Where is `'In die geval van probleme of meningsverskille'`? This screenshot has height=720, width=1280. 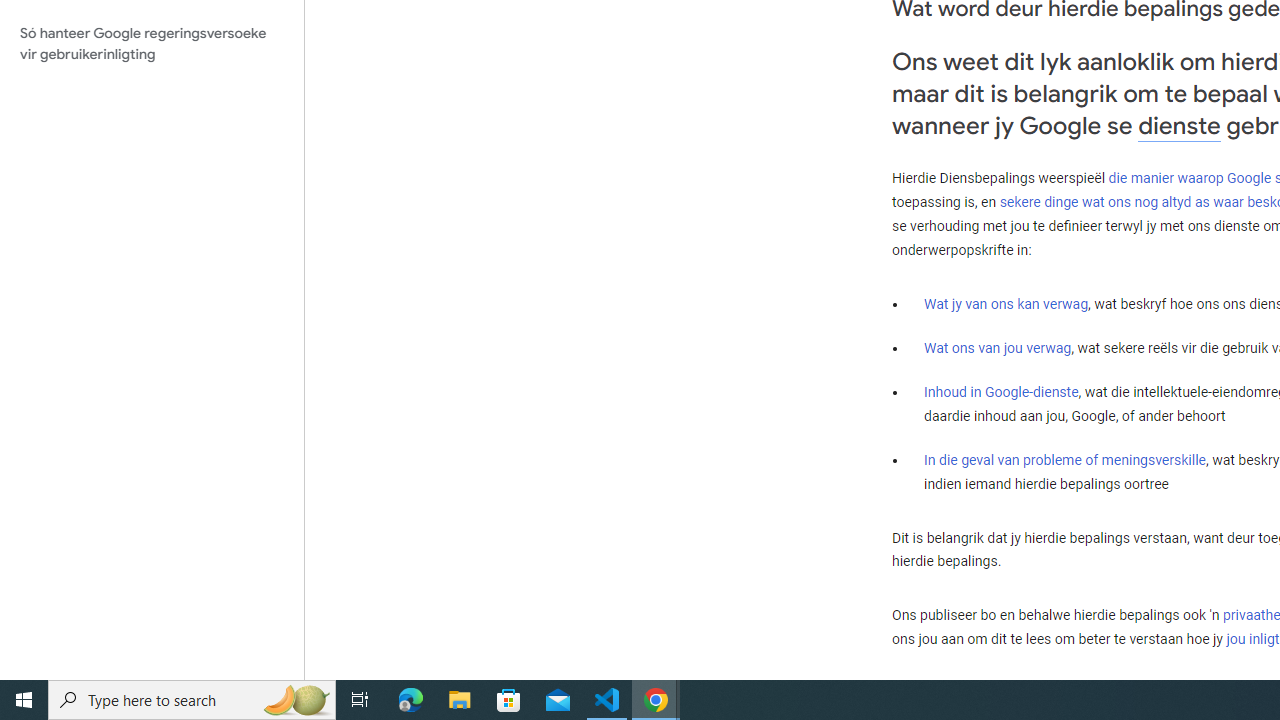
'In die geval van probleme of meningsverskille' is located at coordinates (1063, 459).